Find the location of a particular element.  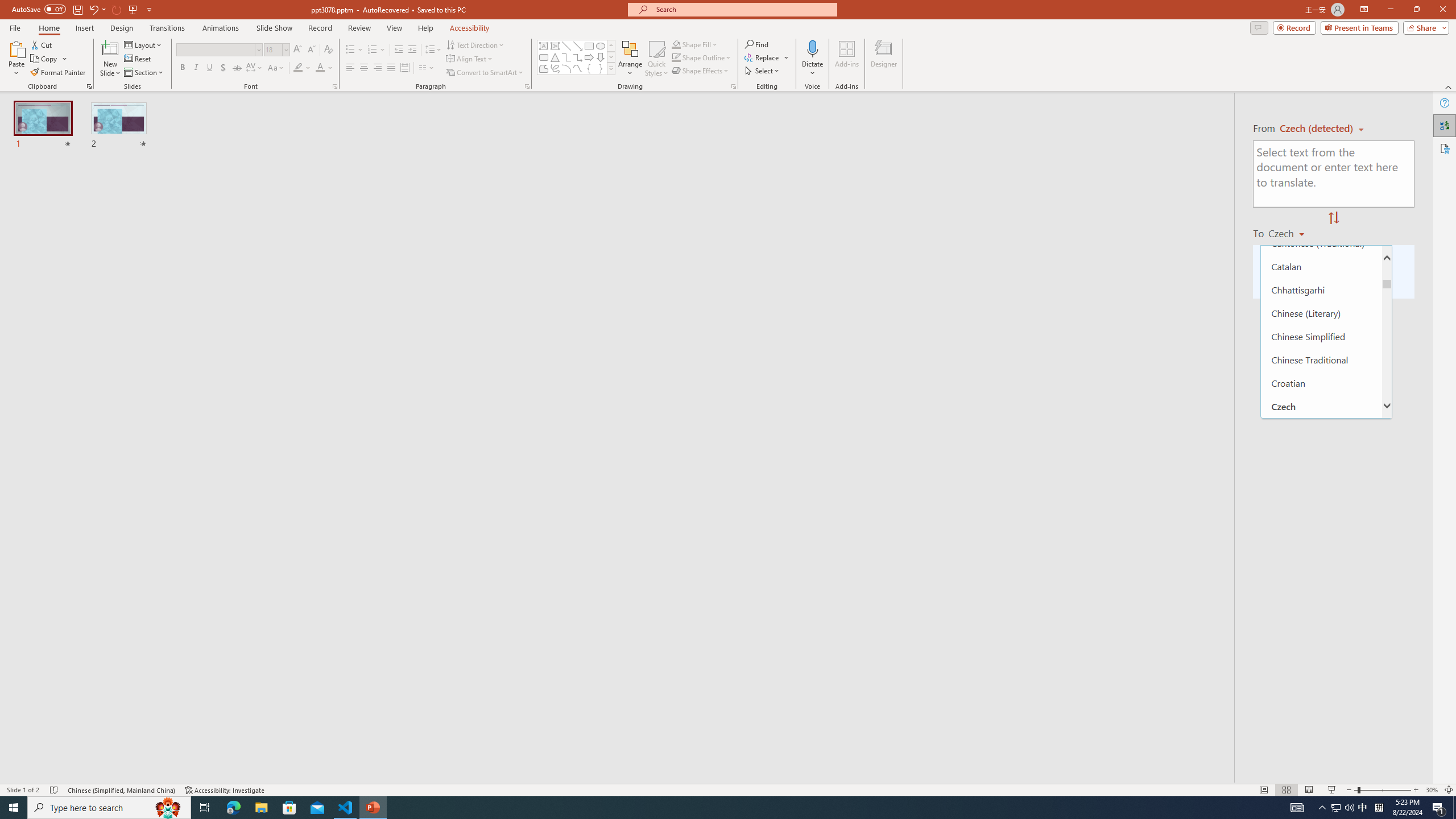

'Swap "from" and "to" languages.' is located at coordinates (1333, 218).